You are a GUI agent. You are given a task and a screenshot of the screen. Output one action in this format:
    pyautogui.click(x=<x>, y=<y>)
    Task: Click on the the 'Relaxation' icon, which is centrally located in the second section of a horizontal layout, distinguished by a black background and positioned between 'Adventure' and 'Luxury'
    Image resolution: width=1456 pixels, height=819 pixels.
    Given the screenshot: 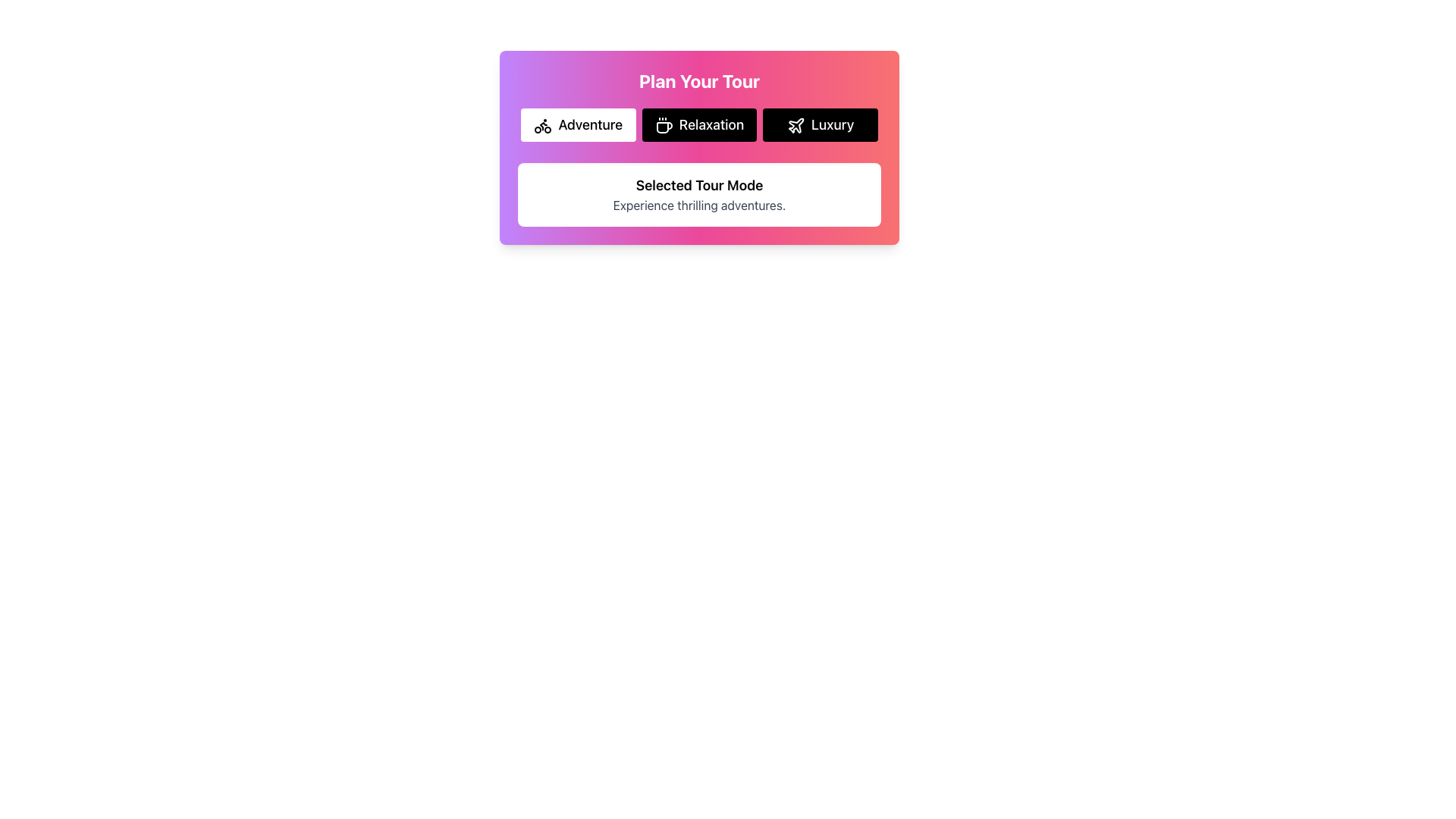 What is the action you would take?
    pyautogui.click(x=664, y=127)
    